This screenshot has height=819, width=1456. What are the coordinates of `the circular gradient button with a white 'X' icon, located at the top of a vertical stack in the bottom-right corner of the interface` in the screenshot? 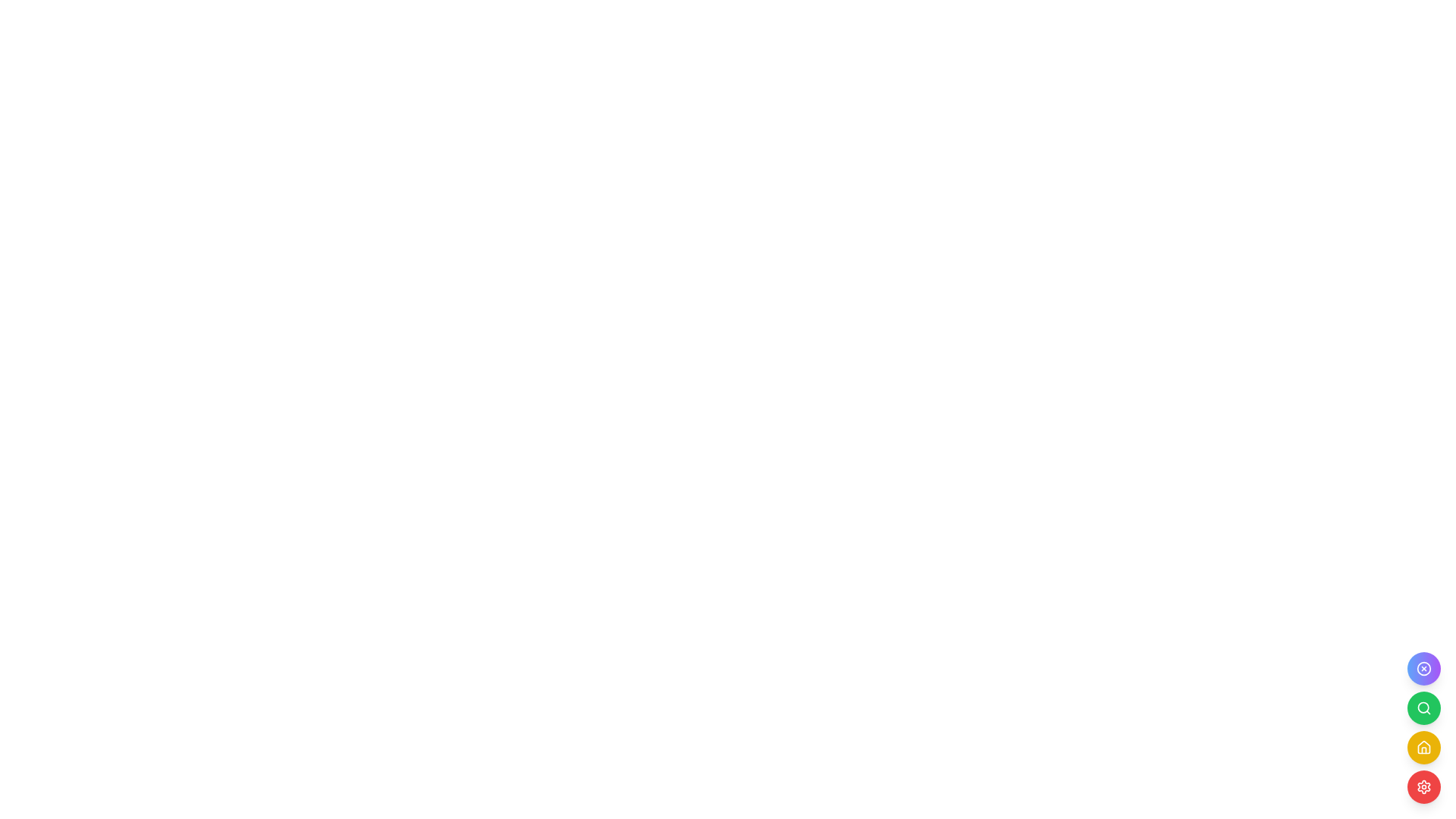 It's located at (1423, 668).